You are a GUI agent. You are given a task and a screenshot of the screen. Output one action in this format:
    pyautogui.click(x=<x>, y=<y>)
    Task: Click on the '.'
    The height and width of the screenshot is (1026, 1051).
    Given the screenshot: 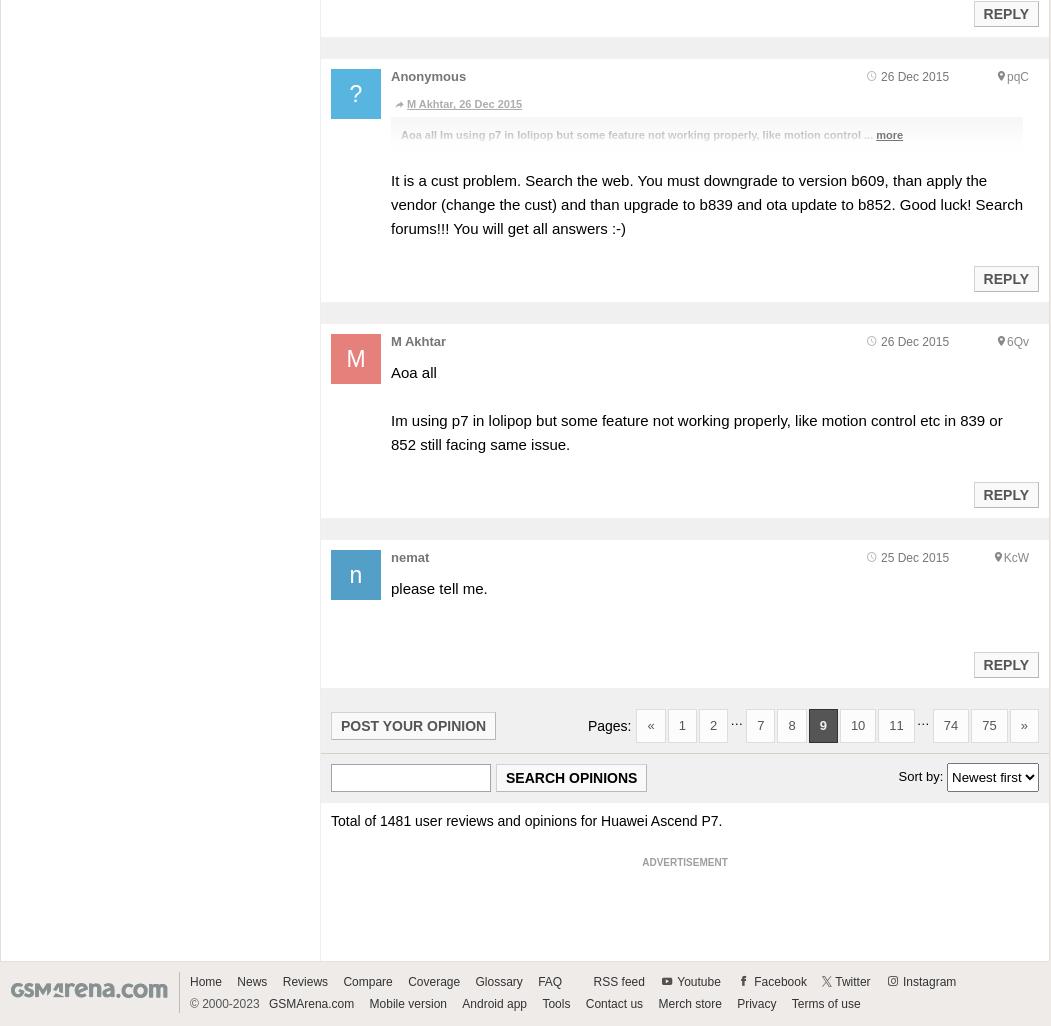 What is the action you would take?
    pyautogui.click(x=717, y=821)
    